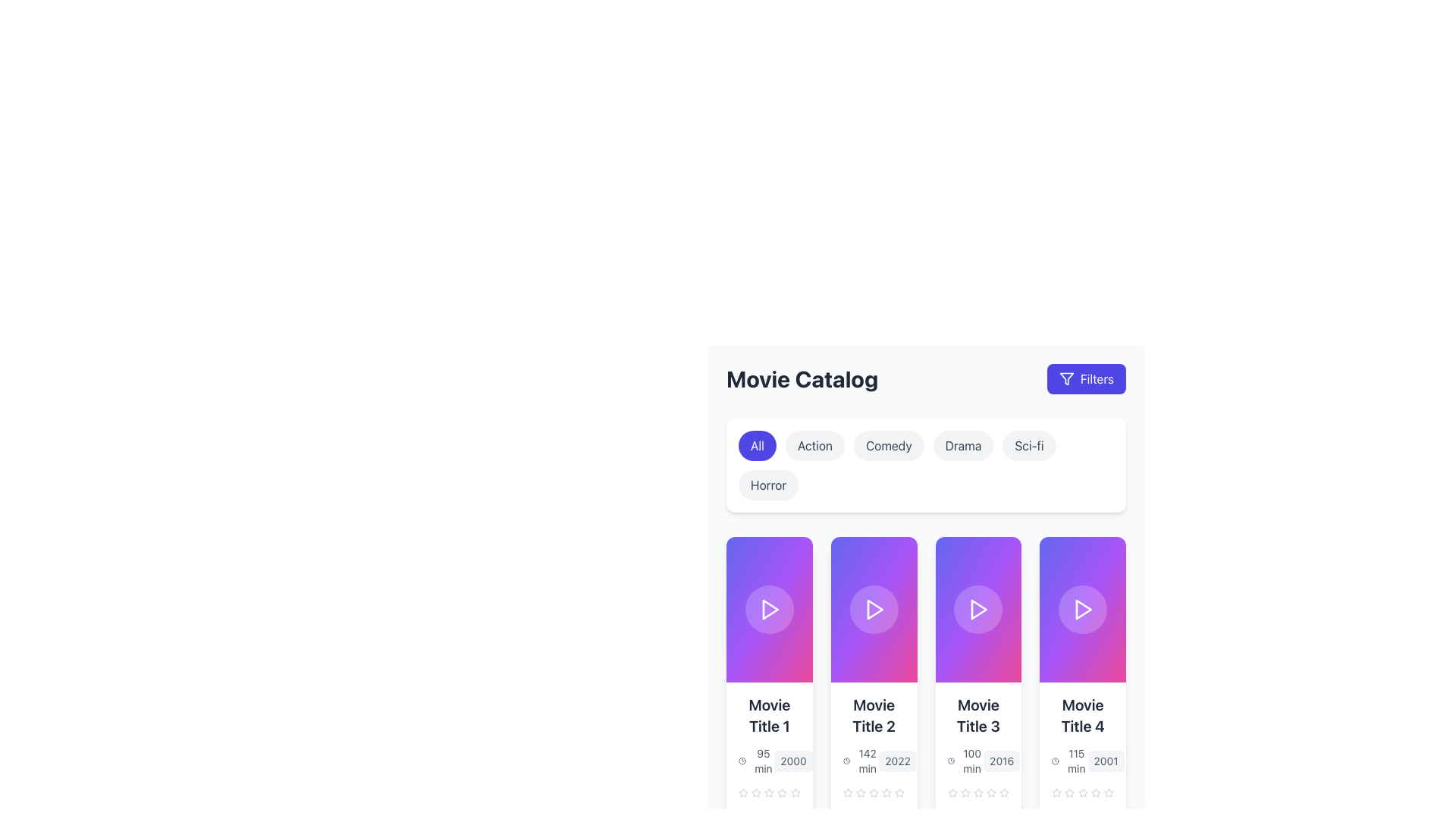 This screenshot has width=1456, height=819. I want to click on the clock icon in the group layout providing movie duration and release year information for 'Movie Title 1', so click(769, 761).